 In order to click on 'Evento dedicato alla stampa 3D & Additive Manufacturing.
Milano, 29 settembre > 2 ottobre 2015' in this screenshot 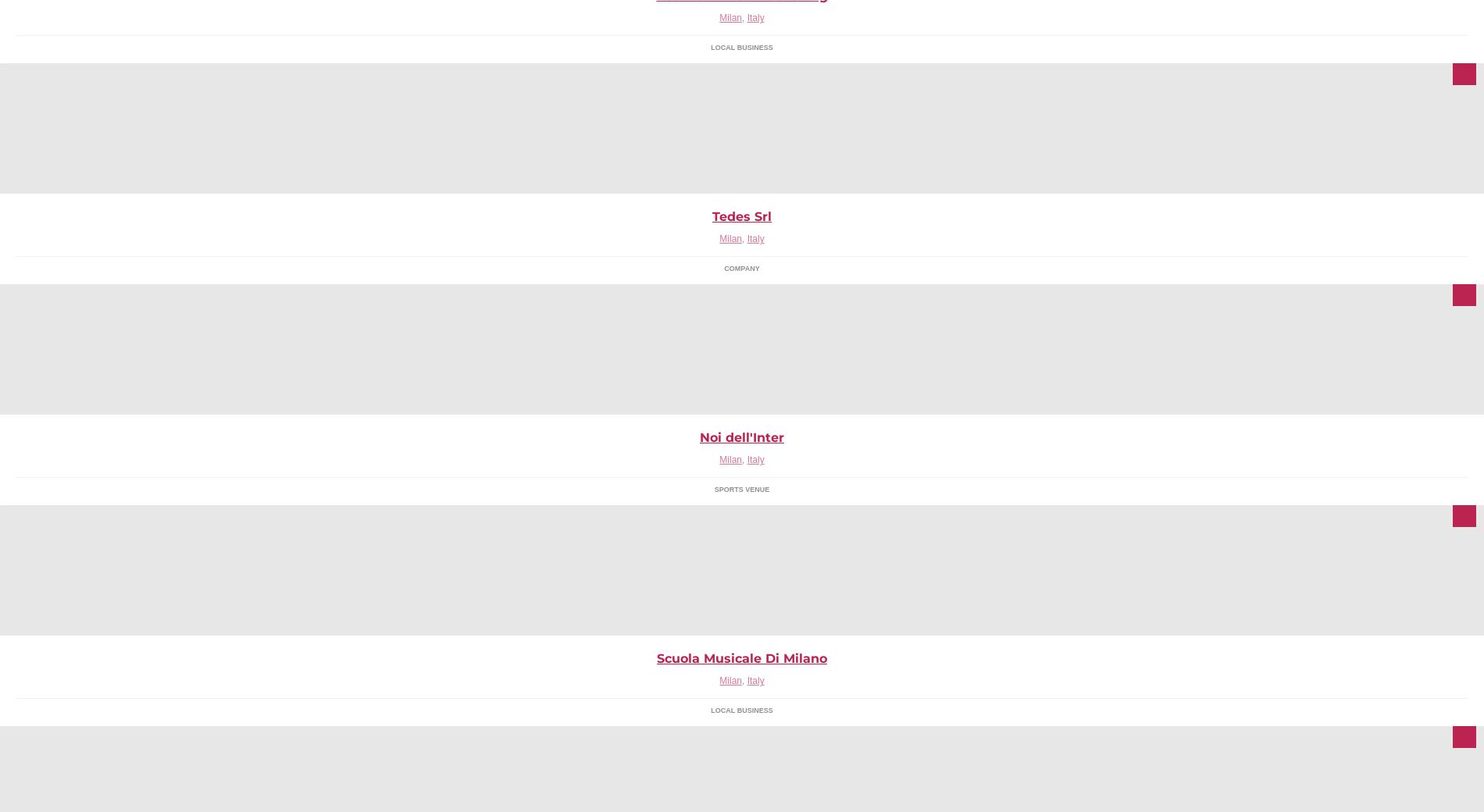, I will do `click(231, 390)`.